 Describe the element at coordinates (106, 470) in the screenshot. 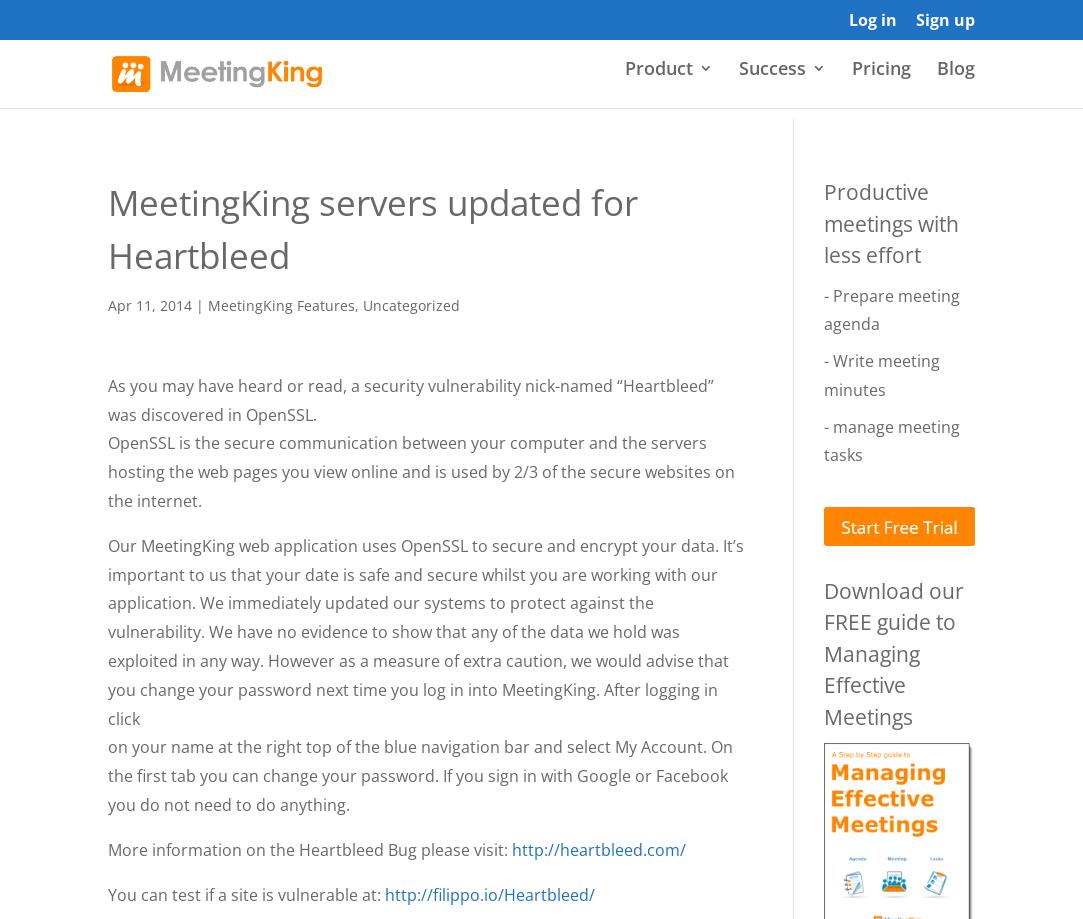

I see `'OpenSSL is the secure communication between your computer and the servers hosting the web pages you view online and is used by 2/3 of the secure websites on the internet.'` at that location.